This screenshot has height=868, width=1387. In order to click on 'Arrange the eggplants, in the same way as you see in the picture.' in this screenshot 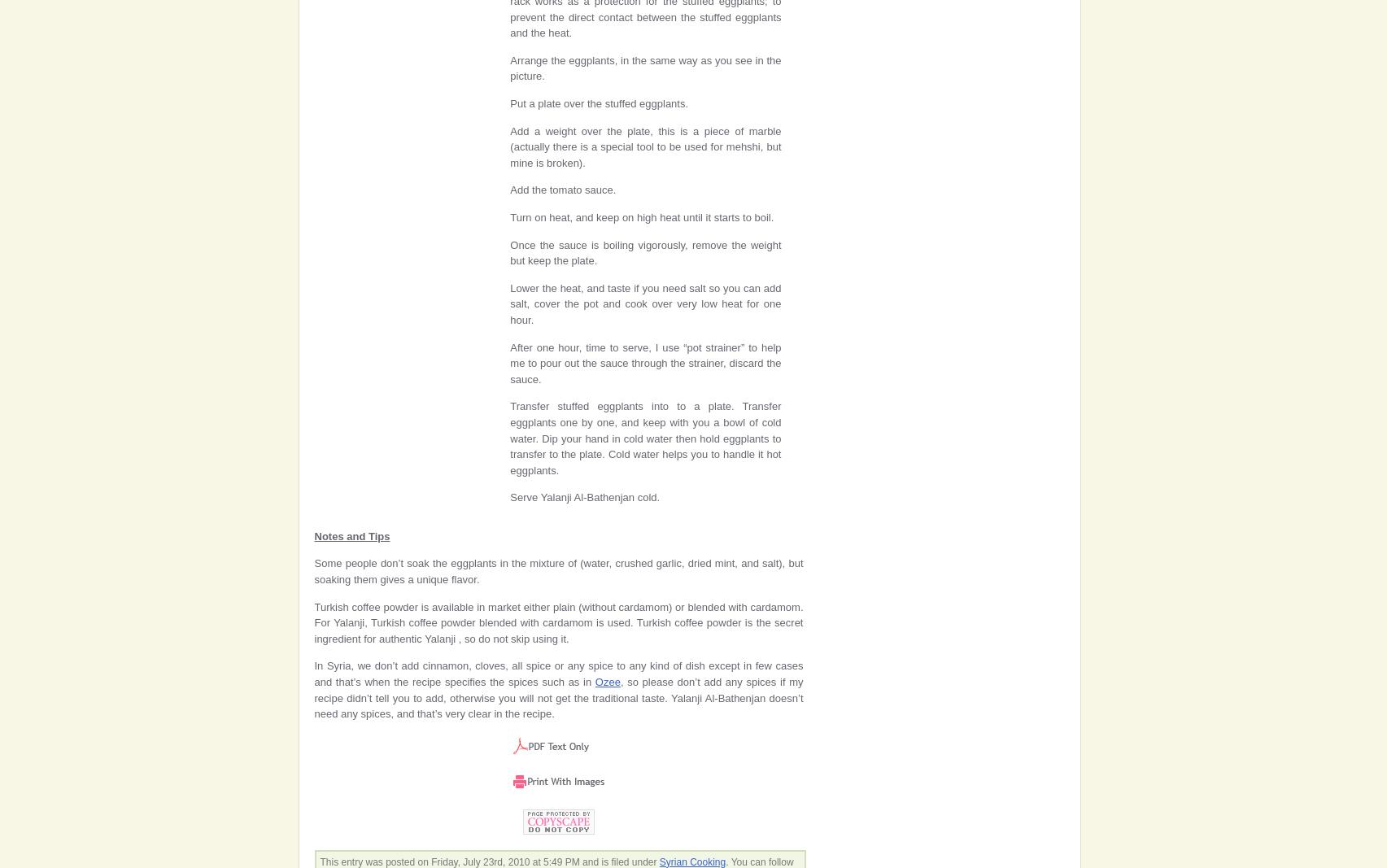, I will do `click(645, 67)`.